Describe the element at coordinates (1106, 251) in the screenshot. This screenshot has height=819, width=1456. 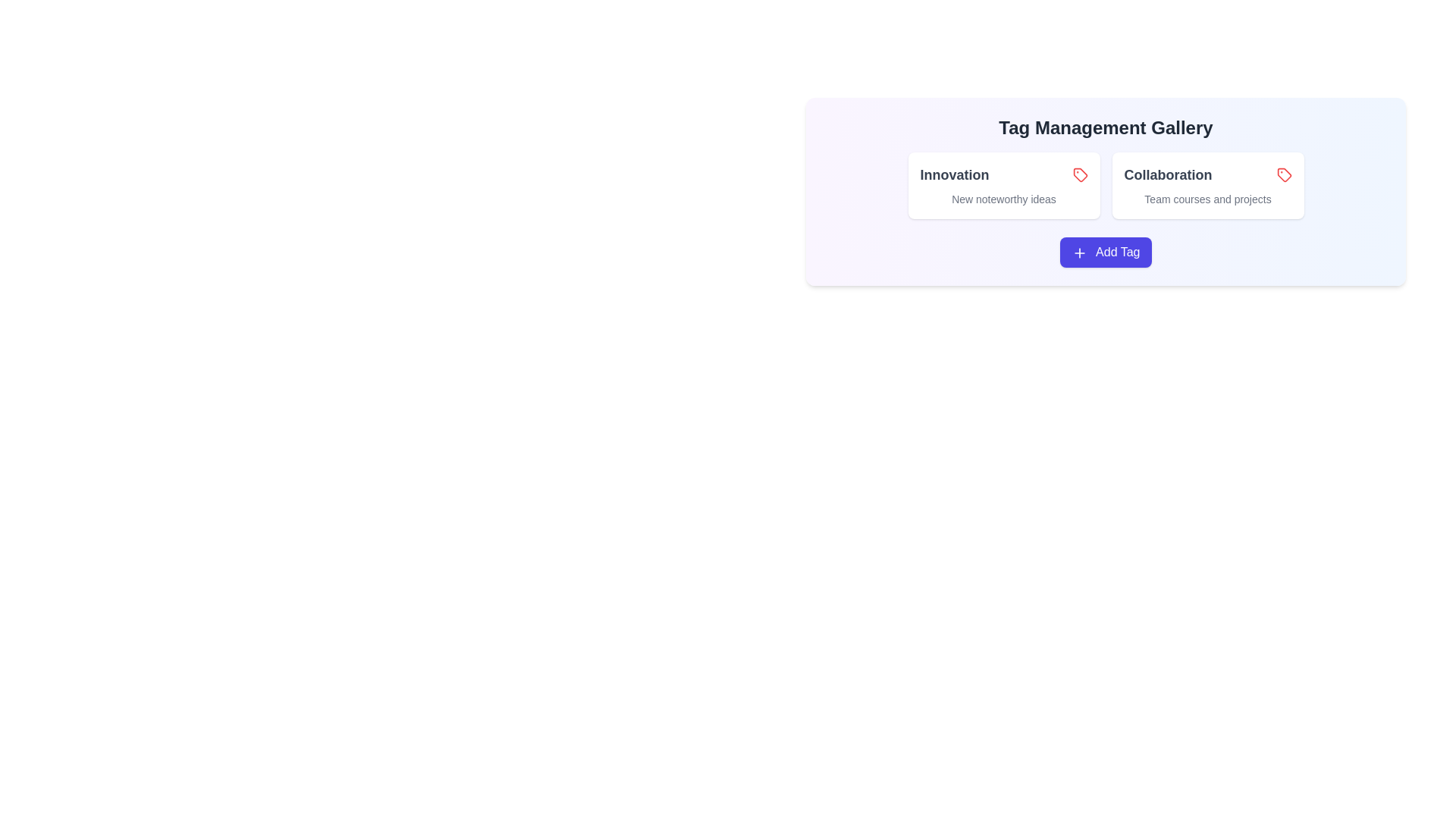
I see `the 'Add Tag' button with a blue background and white text located in the 'Tag Management Gallery' section, below the 'Innovation' and 'Collaboration' tag cards` at that location.